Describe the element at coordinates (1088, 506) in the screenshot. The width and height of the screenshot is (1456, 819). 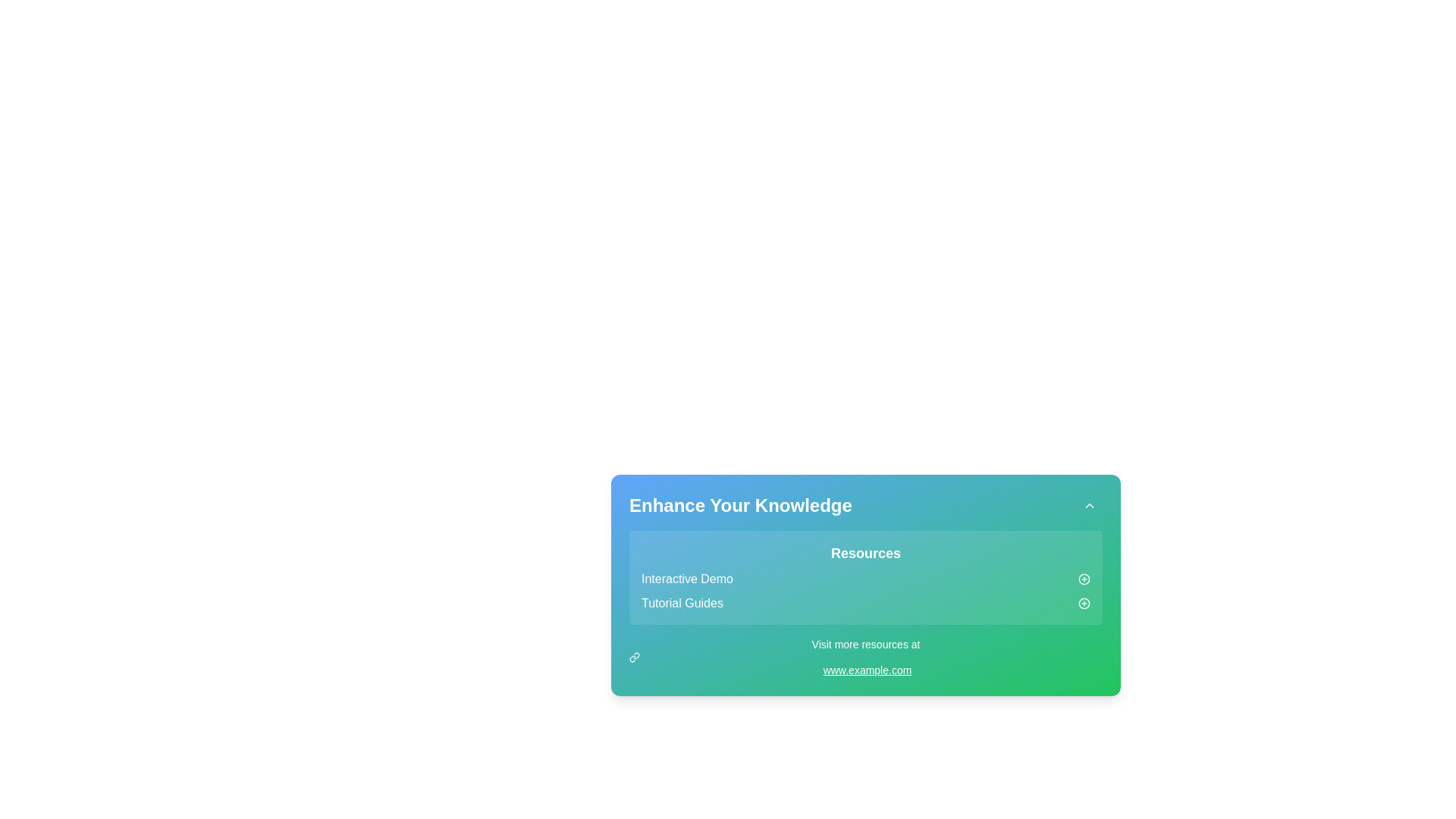
I see `the small triangular arrow icon pointing upwards located in the top-right corner of the card titled 'Enhance Your Knowledge'` at that location.